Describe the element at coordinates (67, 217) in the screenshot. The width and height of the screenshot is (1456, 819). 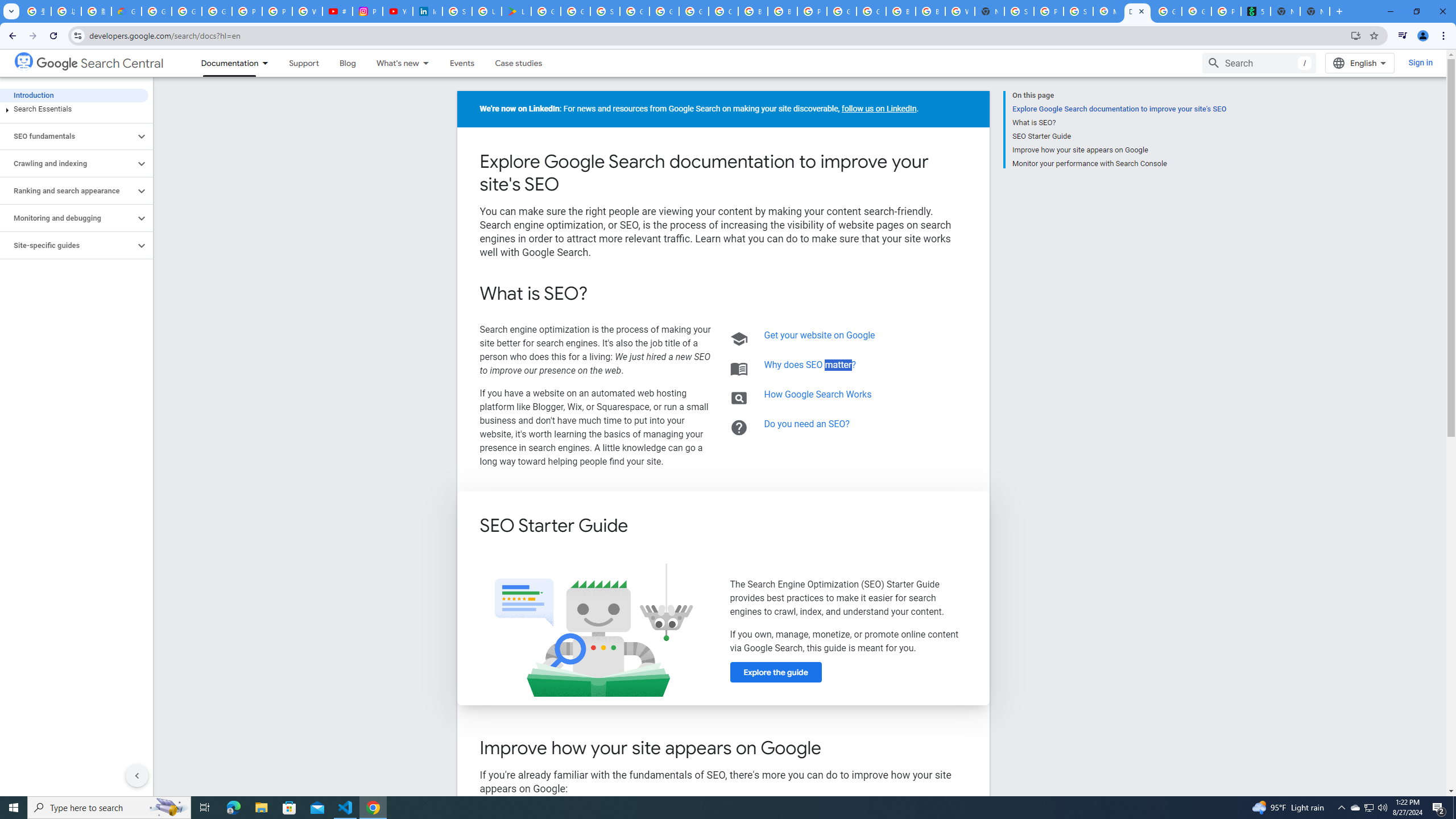
I see `'Monitoring and debugging'` at that location.